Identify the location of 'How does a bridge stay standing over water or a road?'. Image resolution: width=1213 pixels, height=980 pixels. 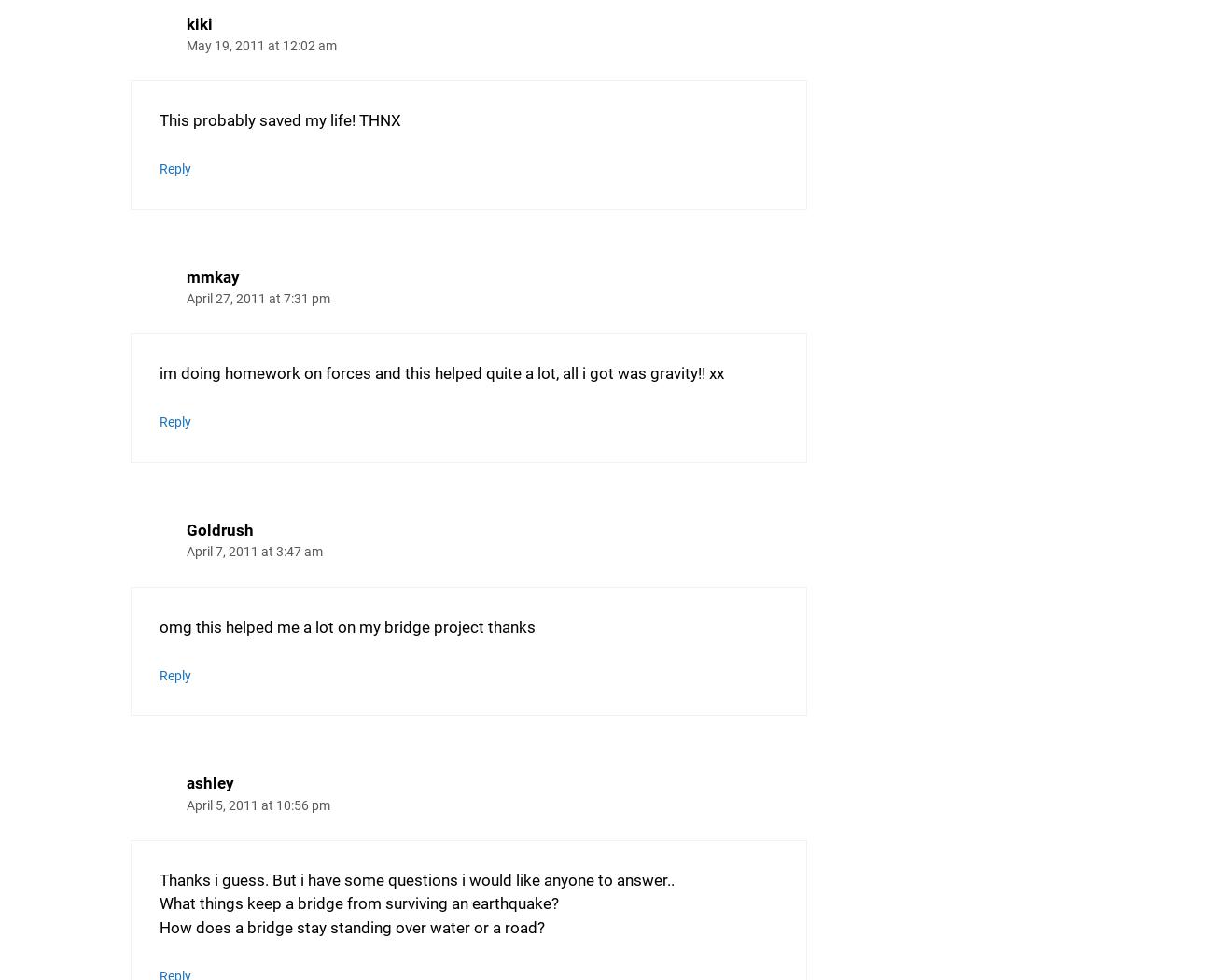
(159, 926).